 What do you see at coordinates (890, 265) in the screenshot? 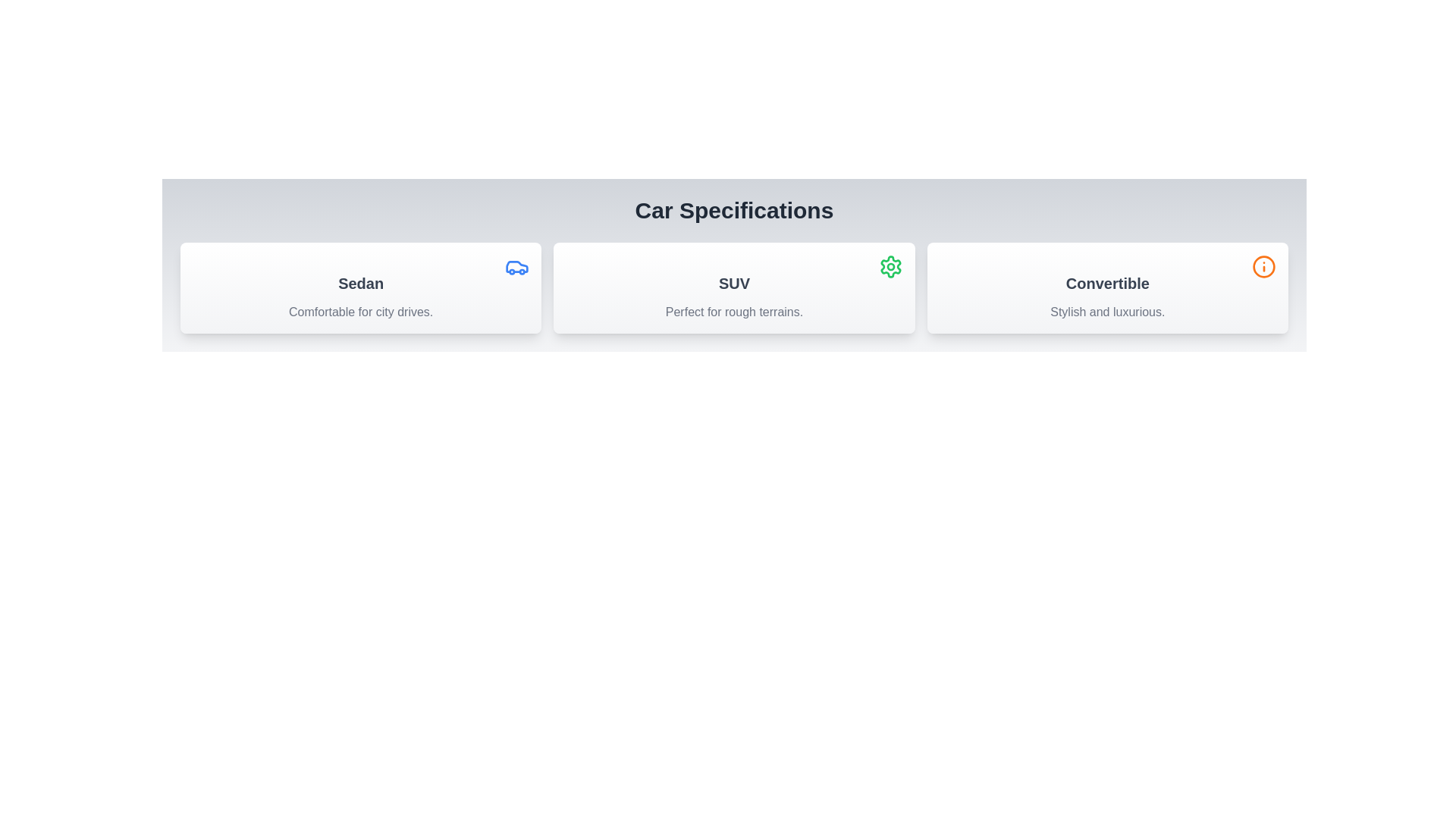
I see `the gear icon located at the top-right corner of the SUV panel in the Car Specifications section` at bounding box center [890, 265].